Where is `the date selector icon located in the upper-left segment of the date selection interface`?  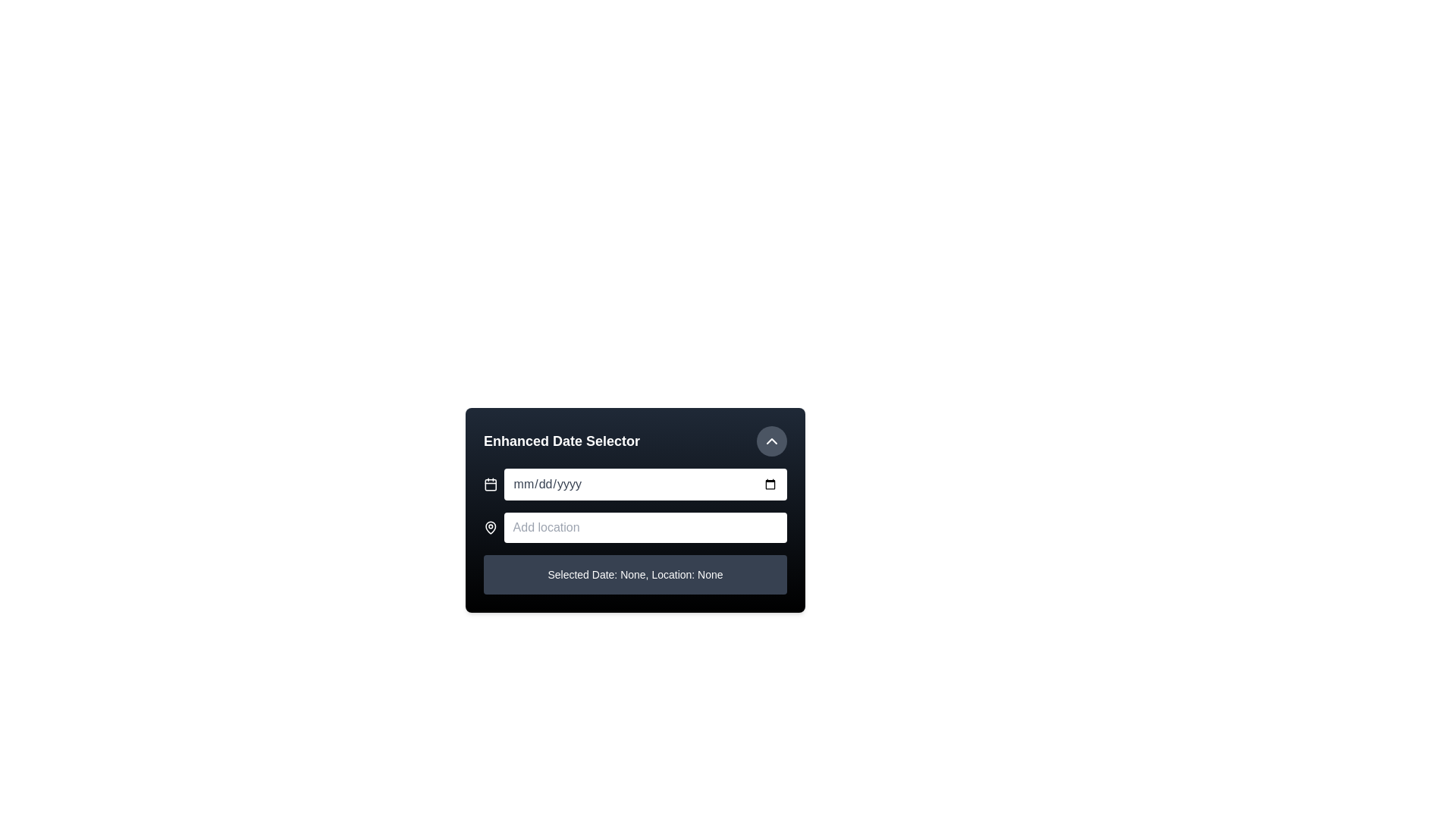
the date selector icon located in the upper-left segment of the date selection interface is located at coordinates (491, 485).